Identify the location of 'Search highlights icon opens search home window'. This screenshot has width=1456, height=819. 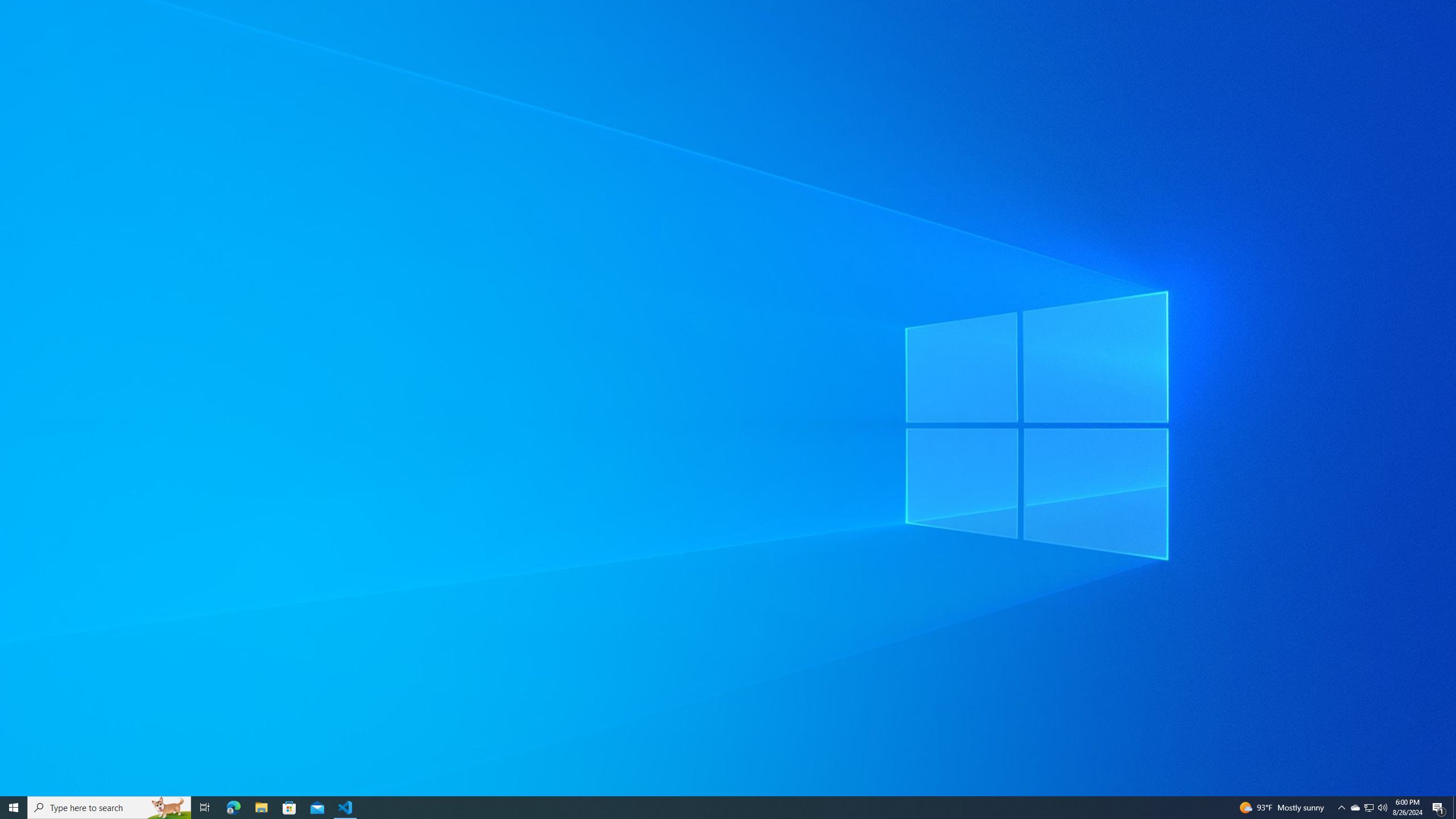
(204, 806).